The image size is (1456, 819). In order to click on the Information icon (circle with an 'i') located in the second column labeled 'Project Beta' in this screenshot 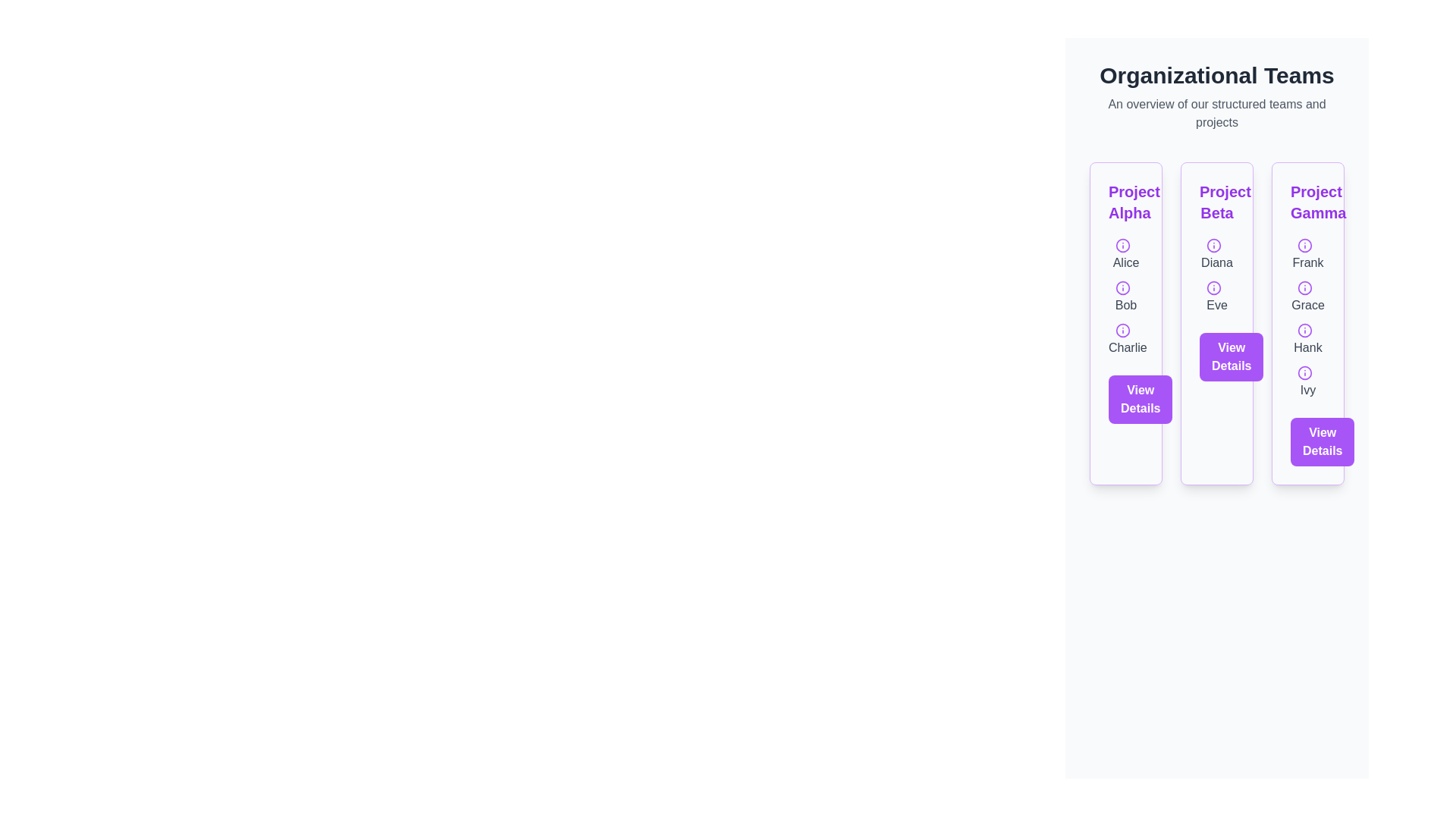, I will do `click(1214, 244)`.